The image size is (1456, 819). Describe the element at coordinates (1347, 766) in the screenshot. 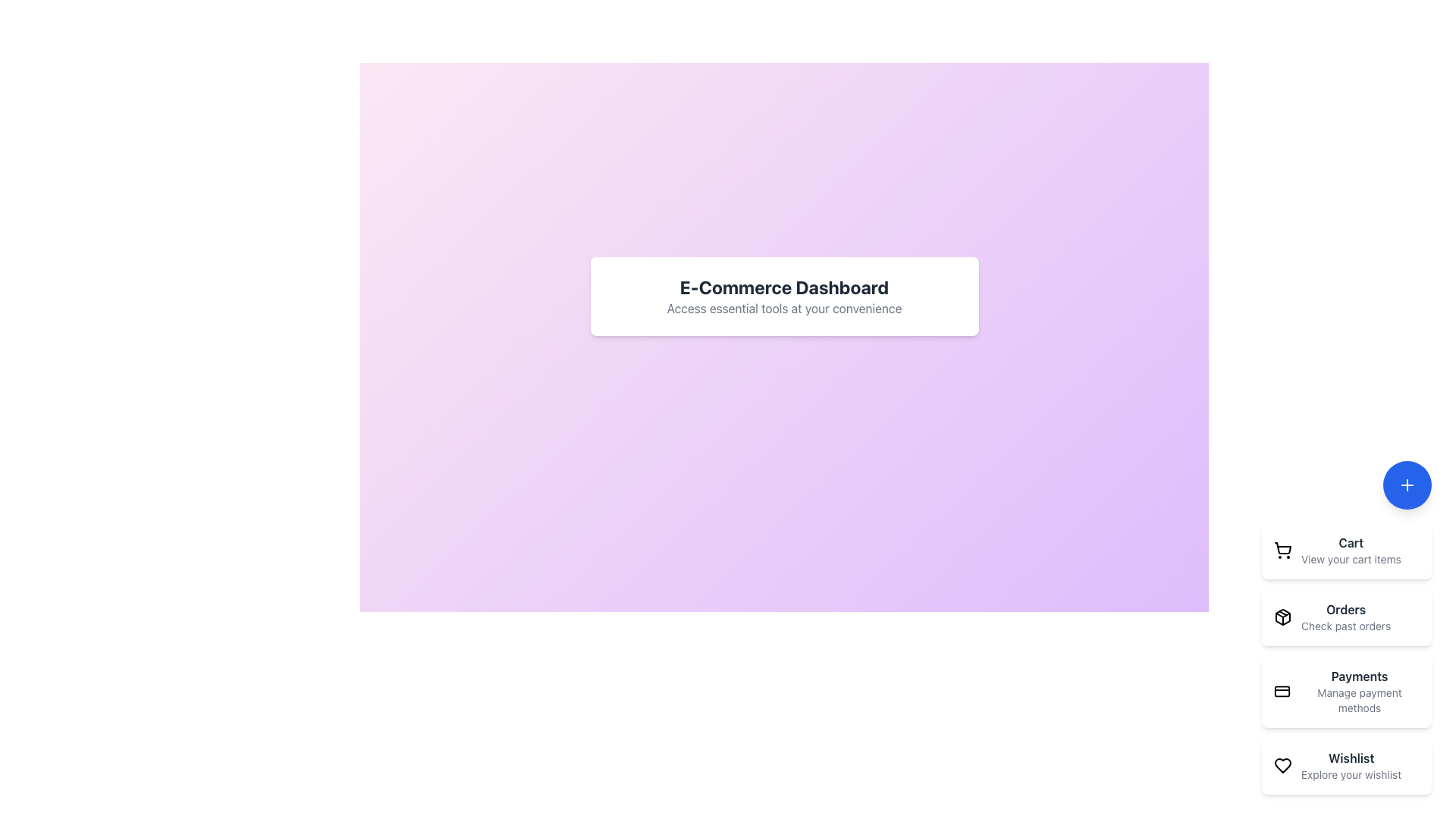

I see `the fourth button element in the vertical list, which is a rectangular card with a black outlined heart icon and the text 'Wishlist'. This action allows you to observe the visual feedback of increased shadow prominence` at that location.